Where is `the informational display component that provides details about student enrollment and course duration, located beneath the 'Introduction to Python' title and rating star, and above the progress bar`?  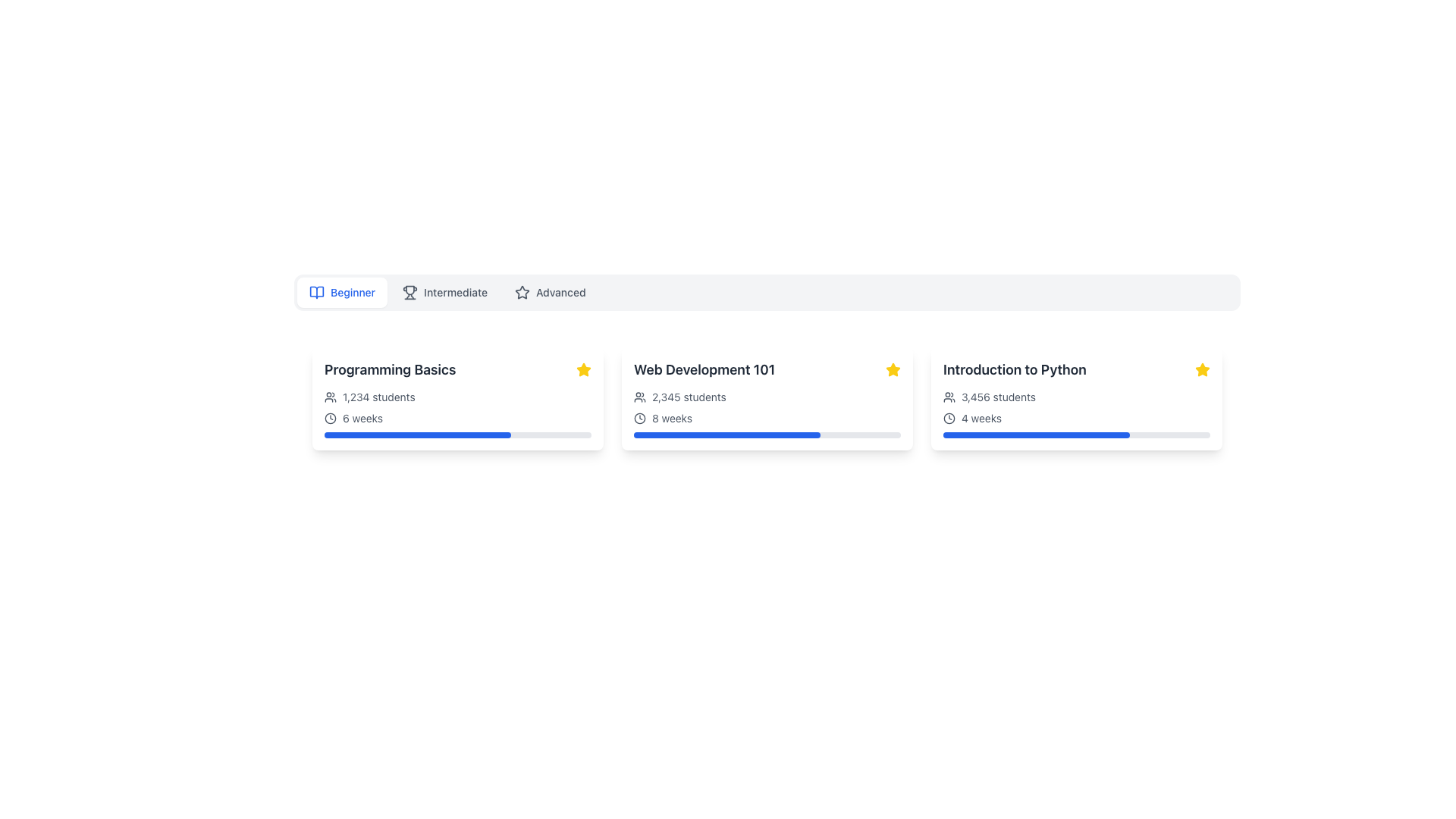 the informational display component that provides details about student enrollment and course duration, located beneath the 'Introduction to Python' title and rating star, and above the progress bar is located at coordinates (1076, 414).